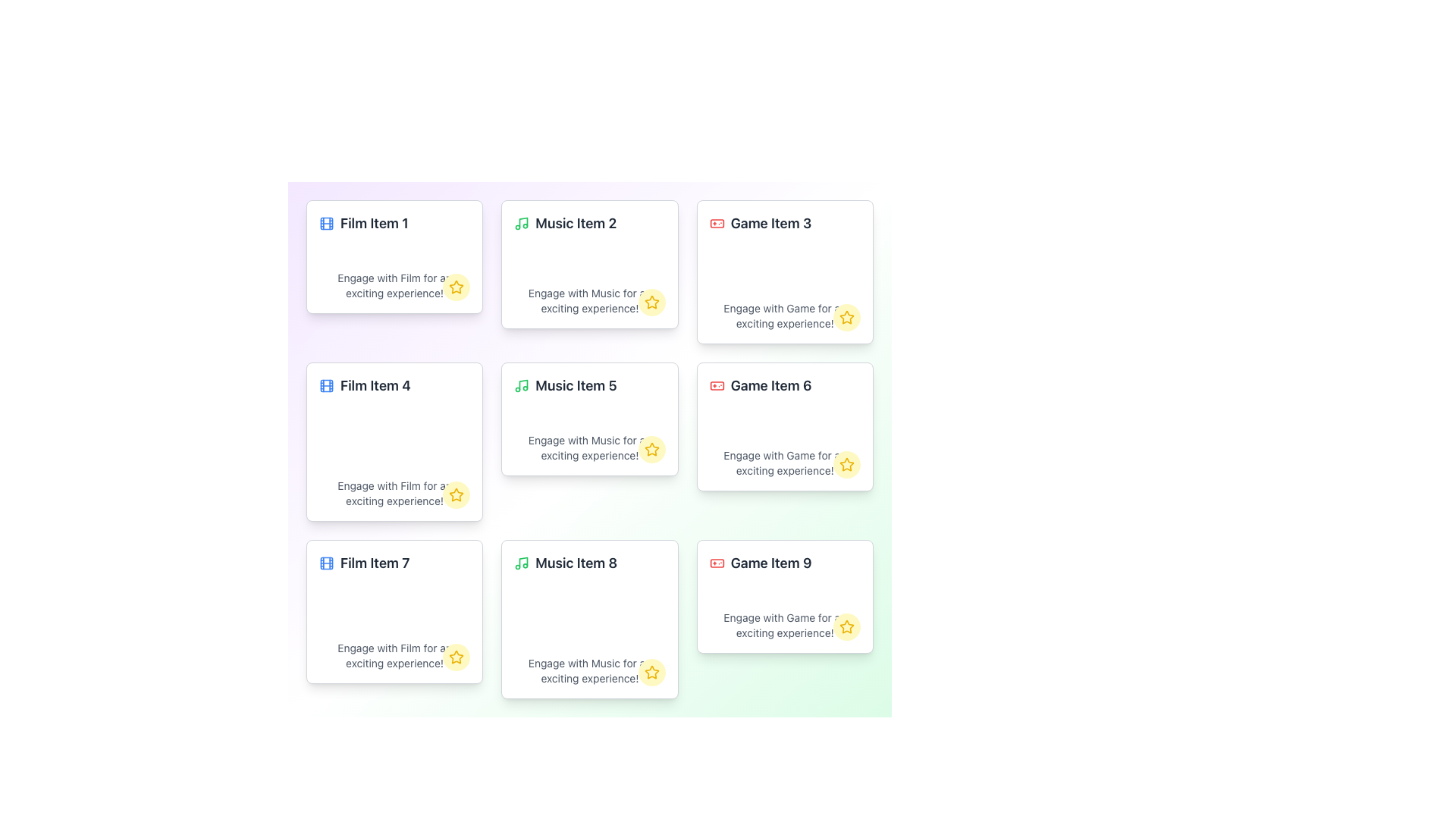  I want to click on the star icon button located at the bottom-right corner of the 'Film Item 4' card, so click(456, 494).